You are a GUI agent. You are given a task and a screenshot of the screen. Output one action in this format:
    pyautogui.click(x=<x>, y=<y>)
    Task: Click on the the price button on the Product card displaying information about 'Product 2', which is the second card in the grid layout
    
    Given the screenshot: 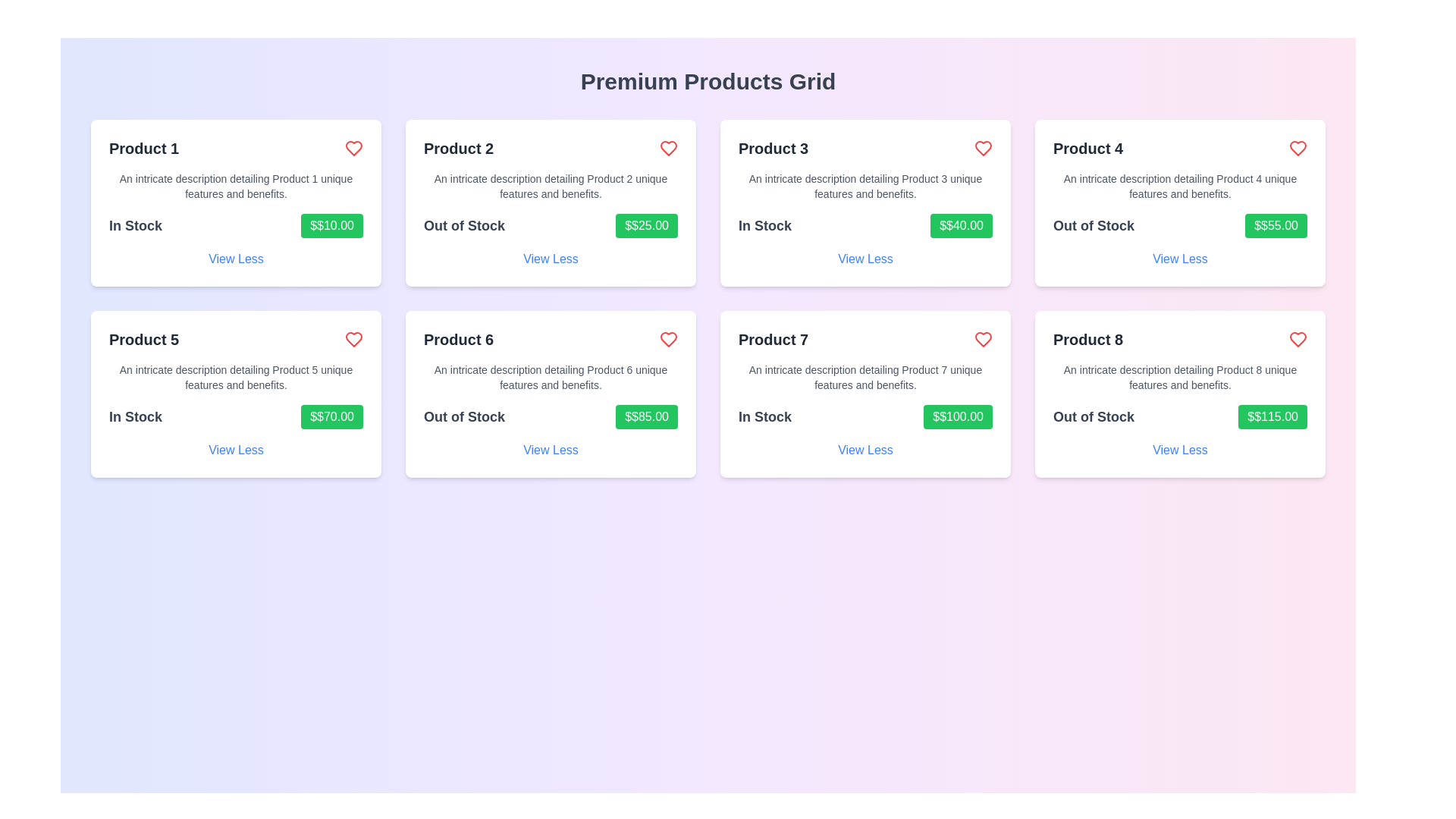 What is the action you would take?
    pyautogui.click(x=550, y=202)
    